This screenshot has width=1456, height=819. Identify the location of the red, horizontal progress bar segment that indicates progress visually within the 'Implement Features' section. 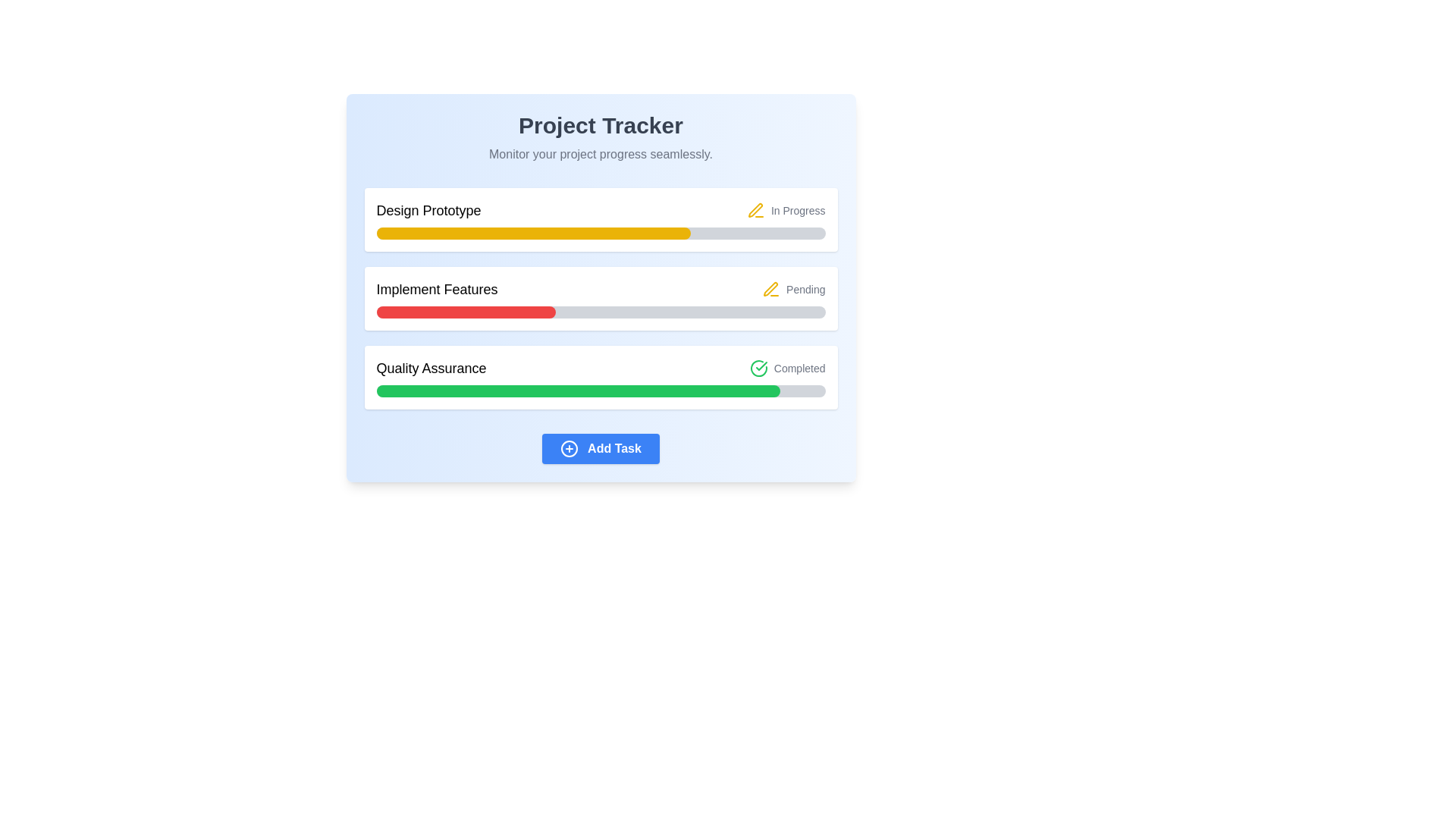
(465, 312).